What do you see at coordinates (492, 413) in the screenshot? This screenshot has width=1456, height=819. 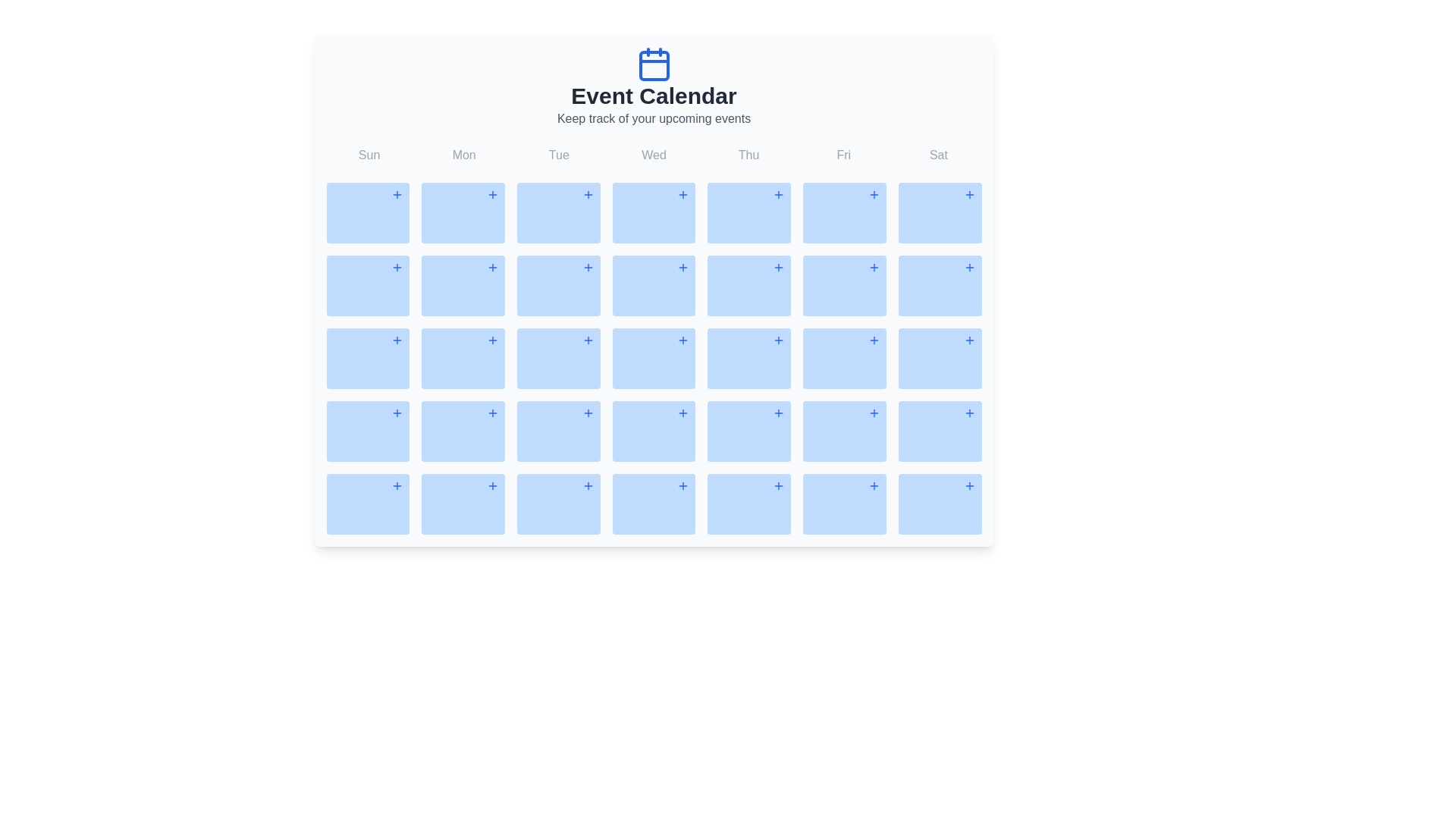 I see `the button in the fourth row and fourth column of the calendar` at bounding box center [492, 413].